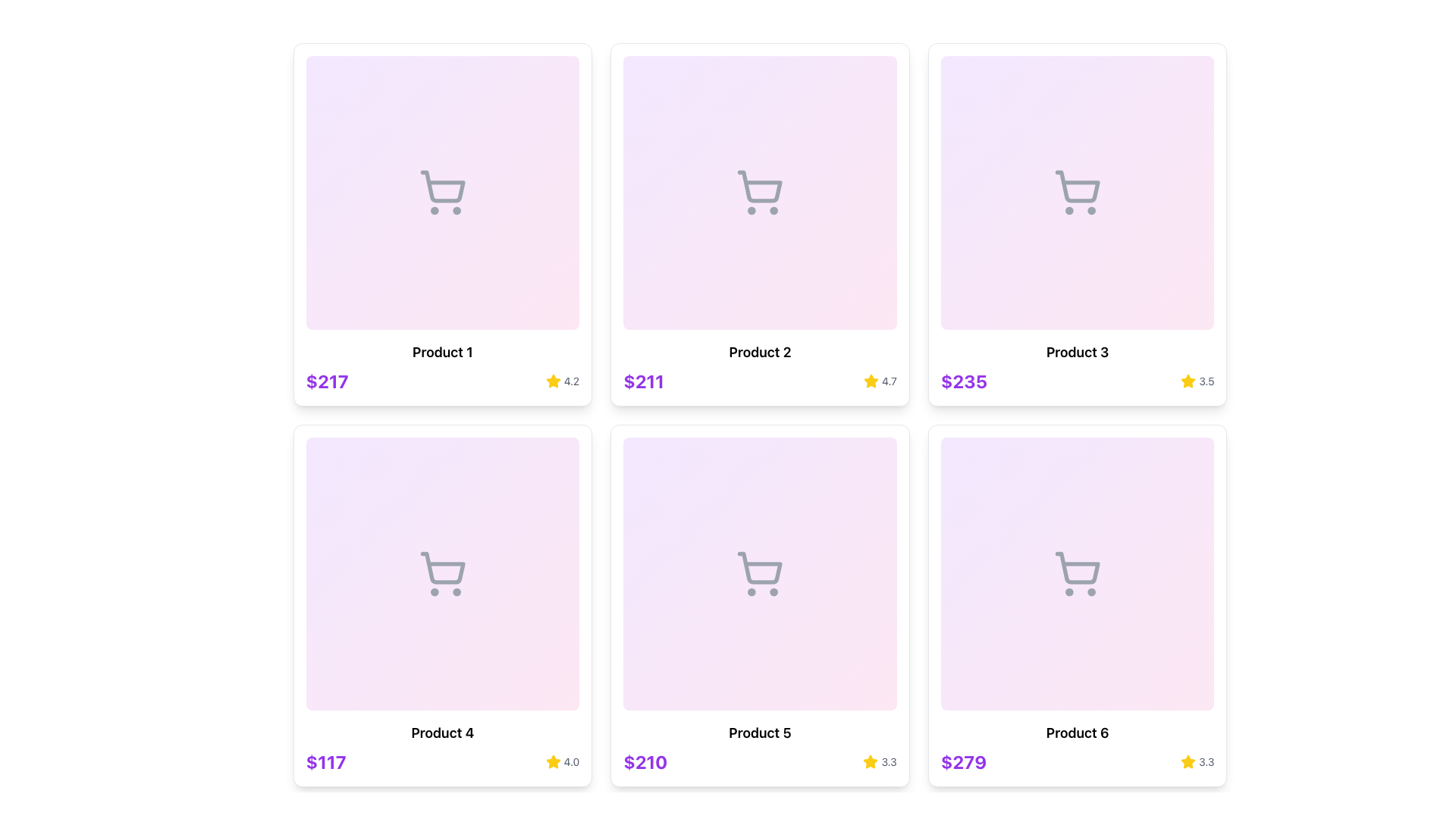 Image resolution: width=1456 pixels, height=819 pixels. What do you see at coordinates (561, 380) in the screenshot?
I see `the rating display element showing a yellow star icon followed by the text '4.2', located at the bottom-right of the first card in the grid layout` at bounding box center [561, 380].